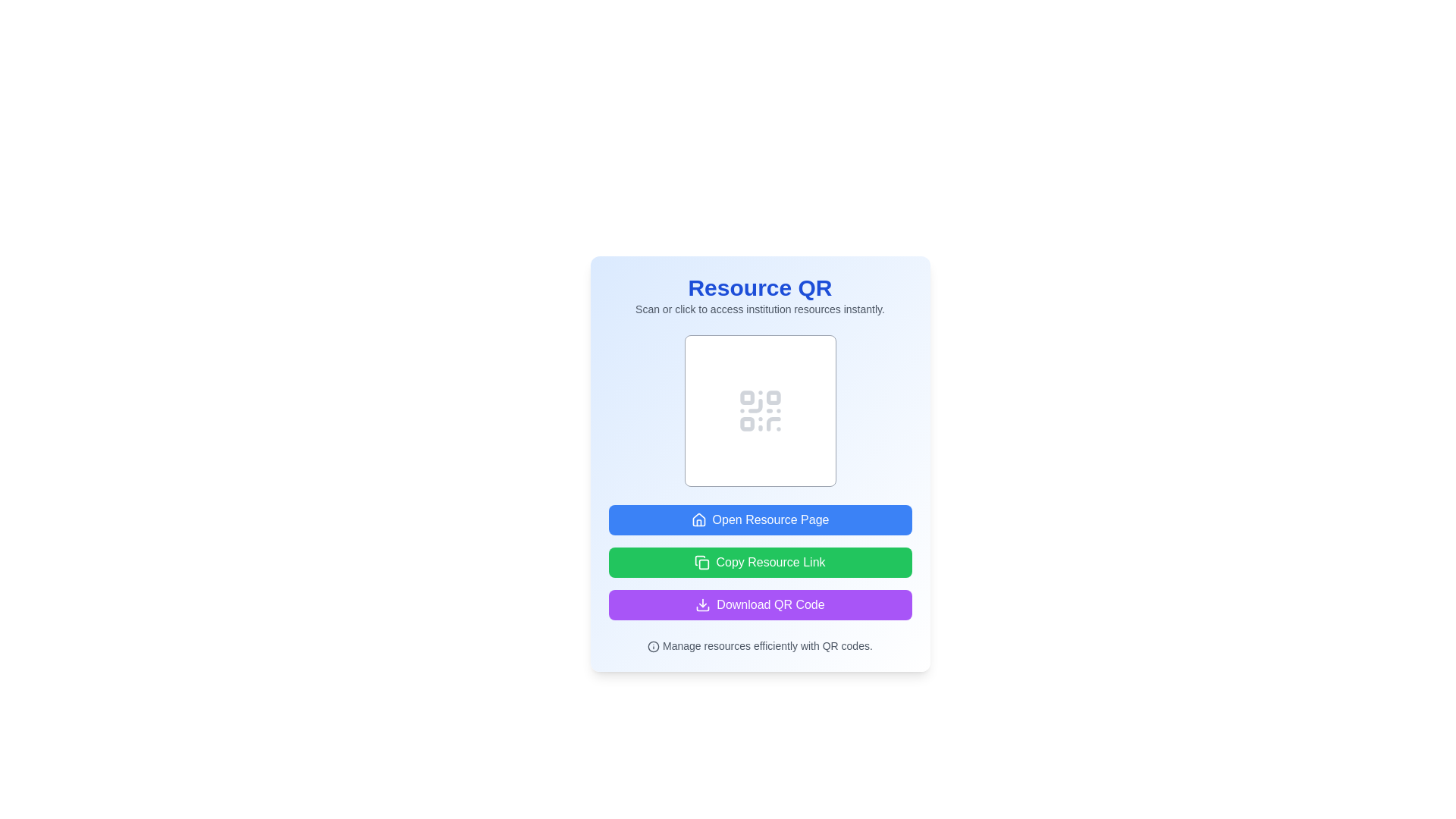  What do you see at coordinates (760, 562) in the screenshot?
I see `the button located below the 'Open Resource Page' button and above the 'Download QR Code' button to copy the resource link to the clipboard` at bounding box center [760, 562].